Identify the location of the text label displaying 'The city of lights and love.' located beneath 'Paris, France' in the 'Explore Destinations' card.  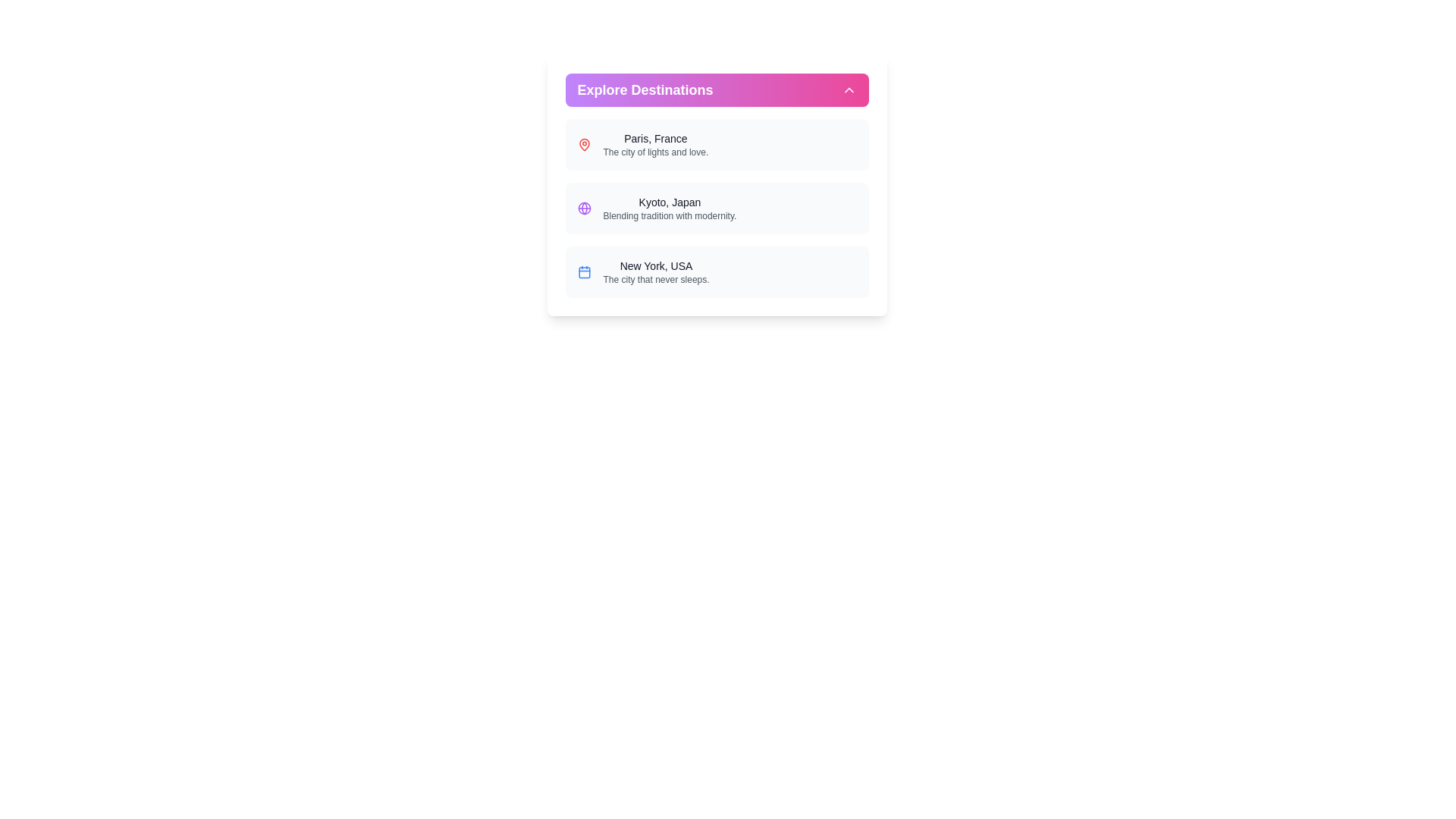
(655, 152).